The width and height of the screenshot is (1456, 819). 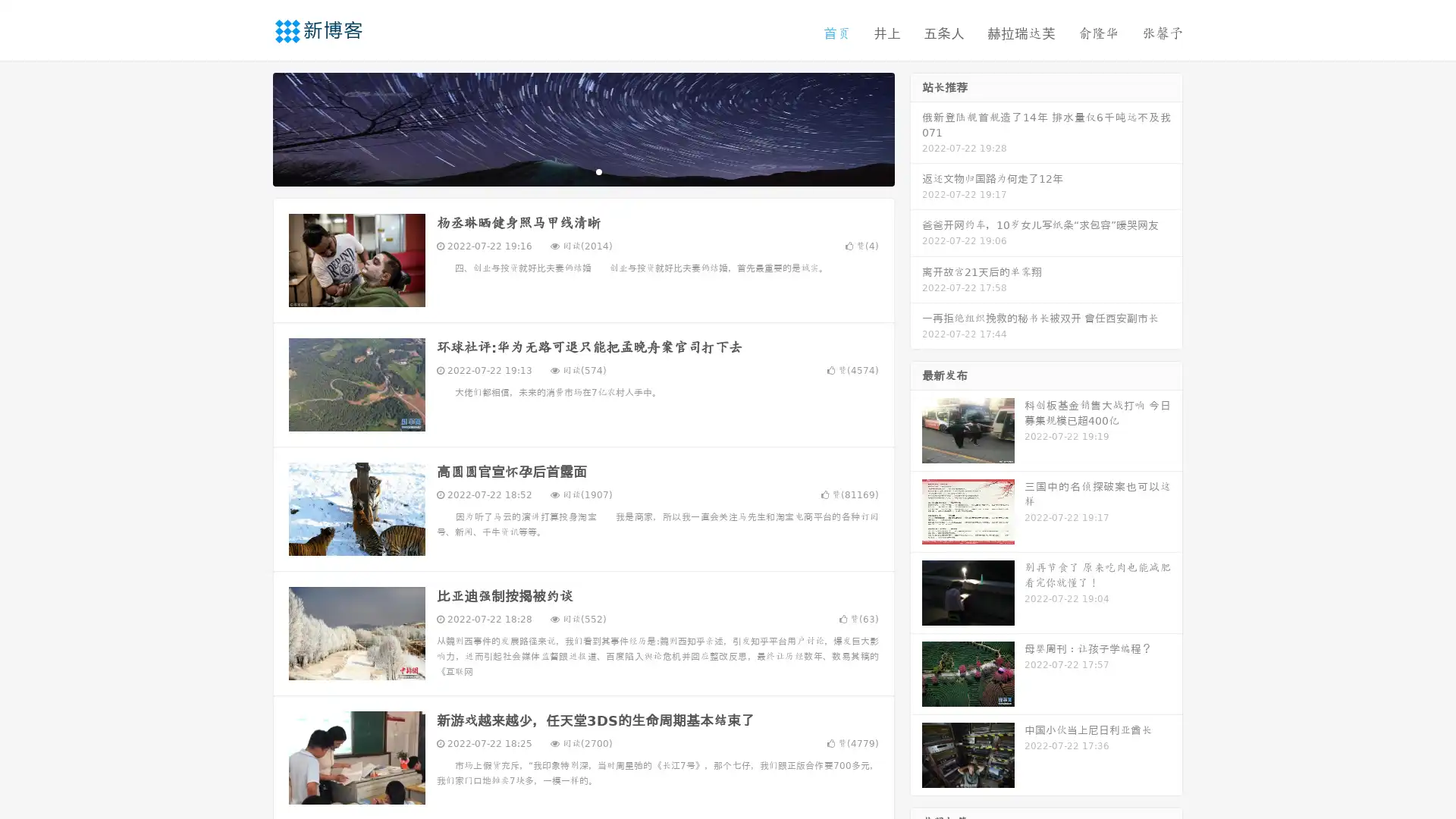 I want to click on Go to slide 3, so click(x=598, y=171).